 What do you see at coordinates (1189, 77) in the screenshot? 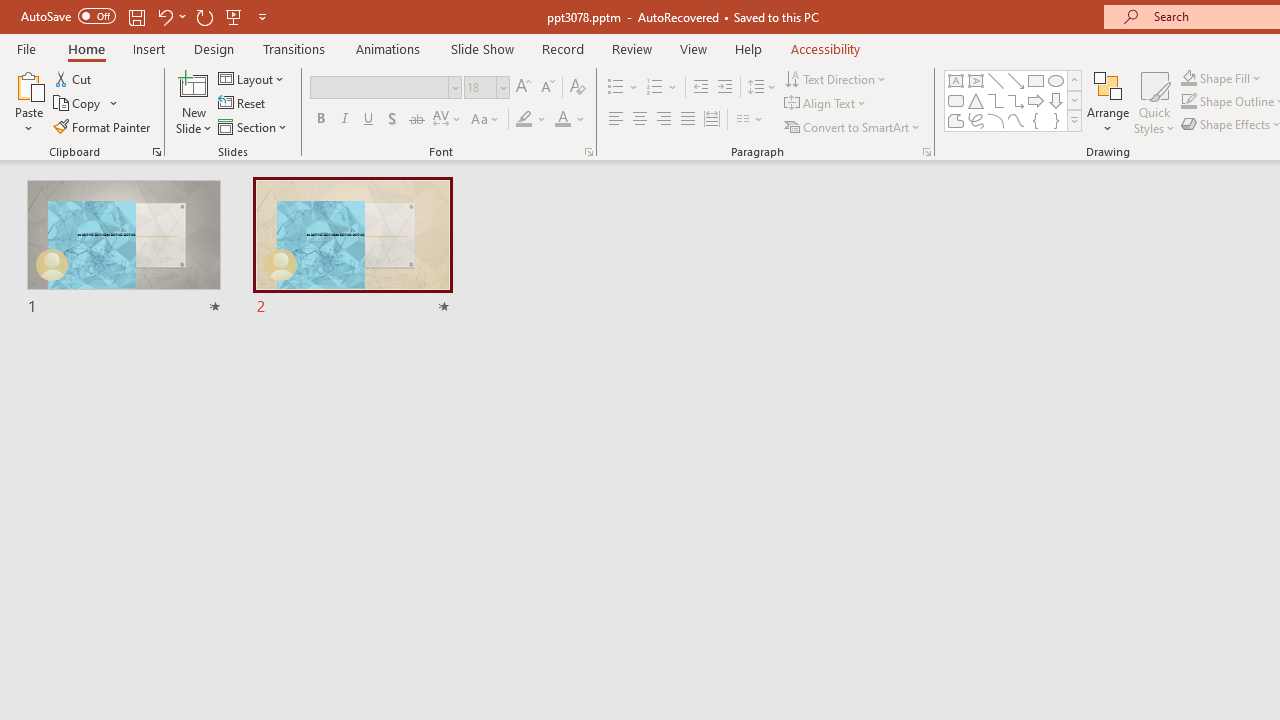
I see `'Shape Fill Dark Green, Accent 2'` at bounding box center [1189, 77].